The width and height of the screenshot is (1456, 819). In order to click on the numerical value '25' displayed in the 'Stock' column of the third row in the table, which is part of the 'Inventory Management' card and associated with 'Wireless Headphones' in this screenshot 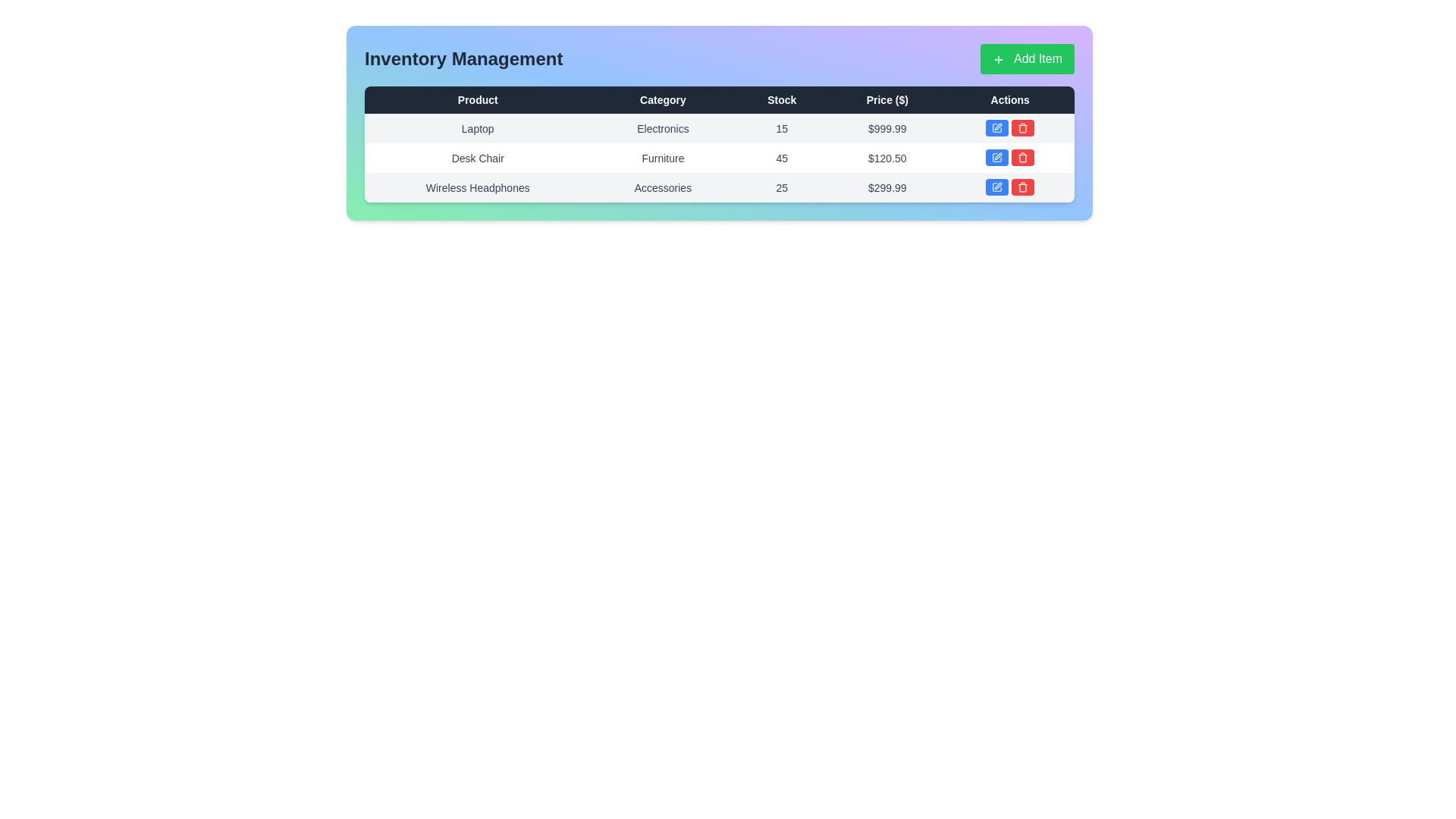, I will do `click(782, 187)`.